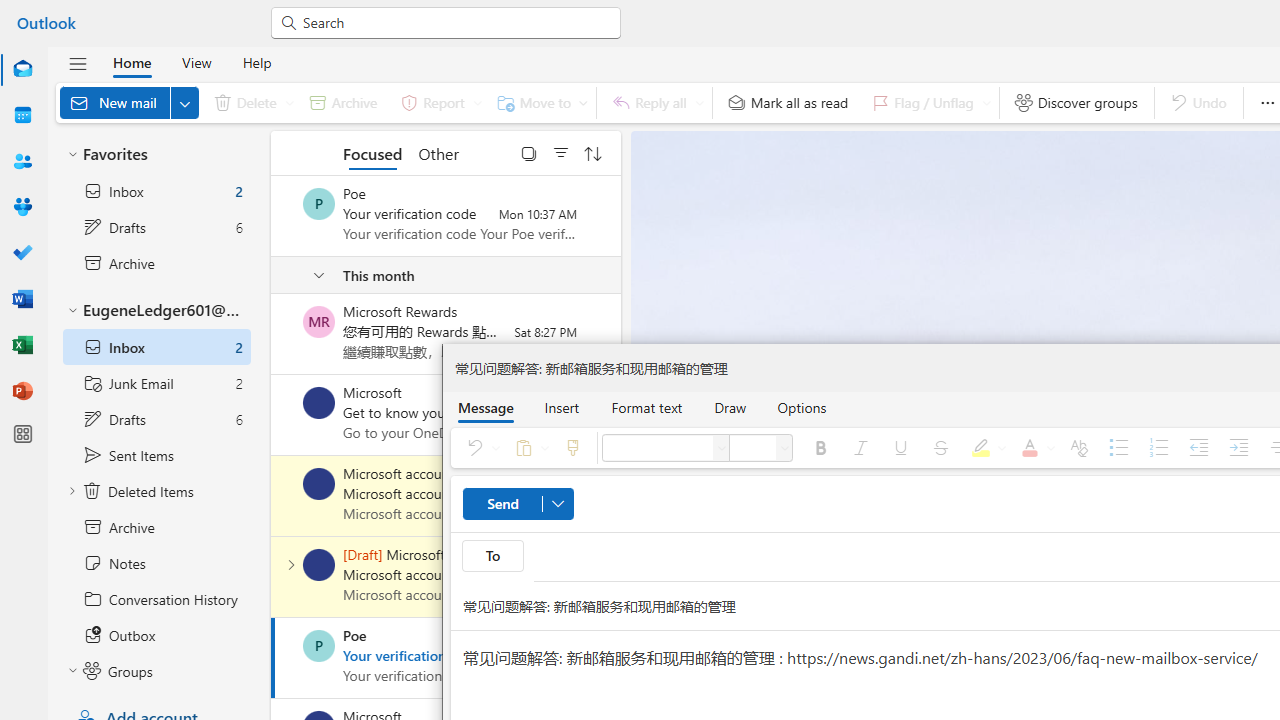 Image resolution: width=1280 pixels, height=720 pixels. Describe the element at coordinates (647, 406) in the screenshot. I see `'Format text'` at that location.